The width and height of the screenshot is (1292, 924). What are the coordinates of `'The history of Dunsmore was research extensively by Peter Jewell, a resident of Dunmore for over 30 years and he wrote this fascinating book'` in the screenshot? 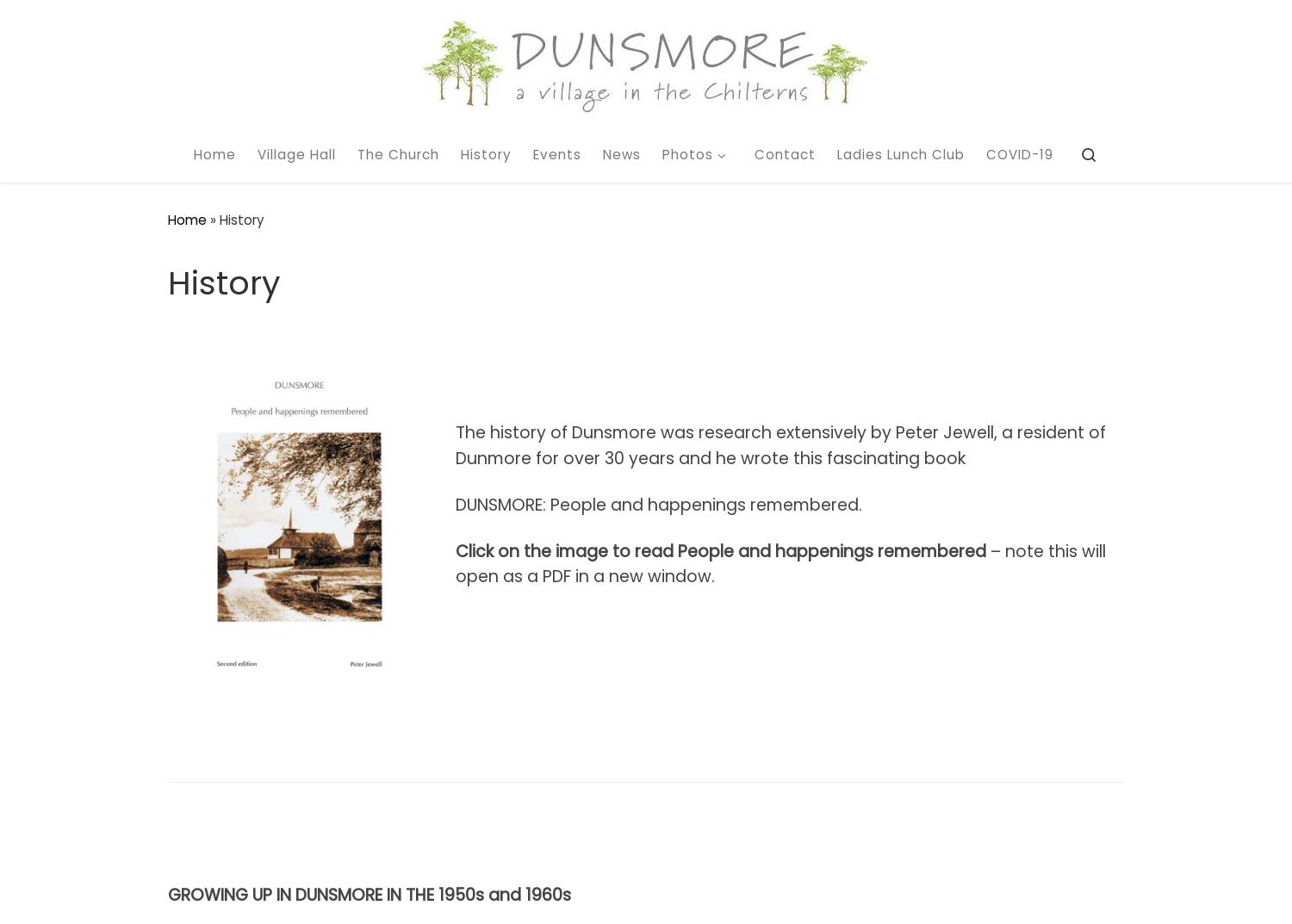 It's located at (780, 444).